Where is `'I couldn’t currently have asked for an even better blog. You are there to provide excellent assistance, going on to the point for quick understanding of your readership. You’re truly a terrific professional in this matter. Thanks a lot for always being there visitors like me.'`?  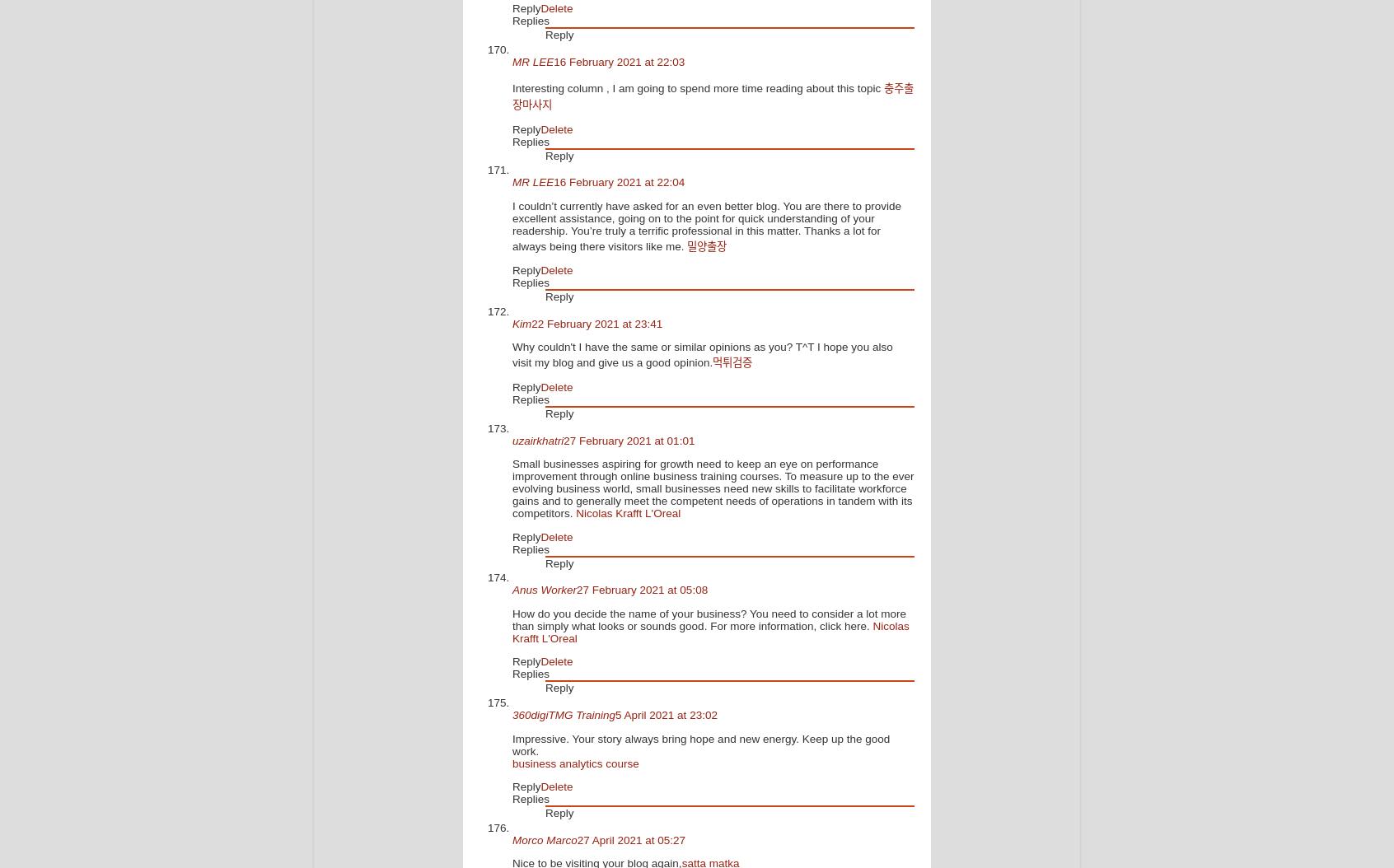 'I couldn’t currently have asked for an even better blog. You are there to provide excellent assistance, going on to the point for quick understanding of your readership. You’re truly a terrific professional in this matter. Thanks a lot for always being there visitors like me.' is located at coordinates (706, 225).